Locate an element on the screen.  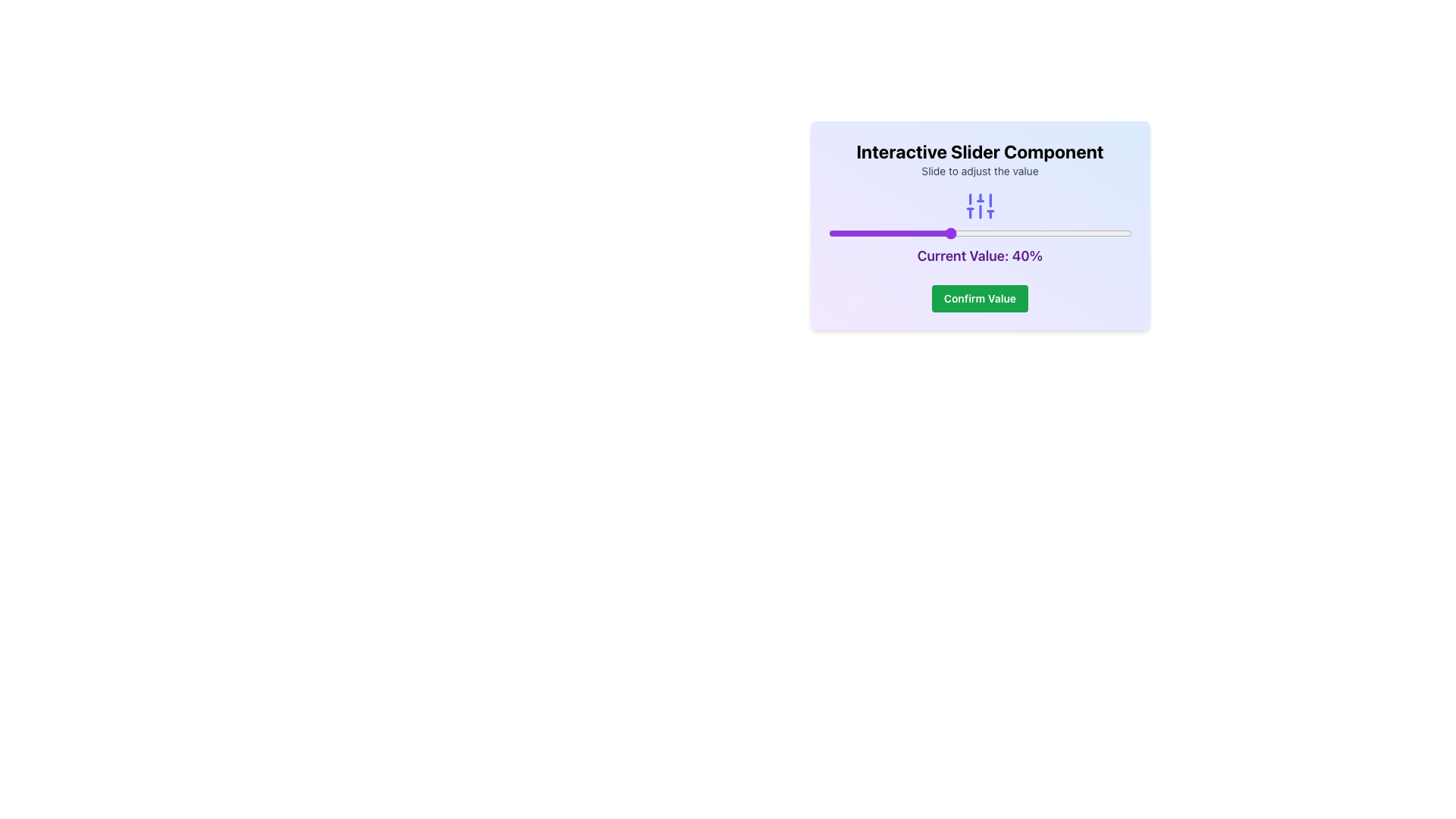
the slider is located at coordinates (1095, 234).